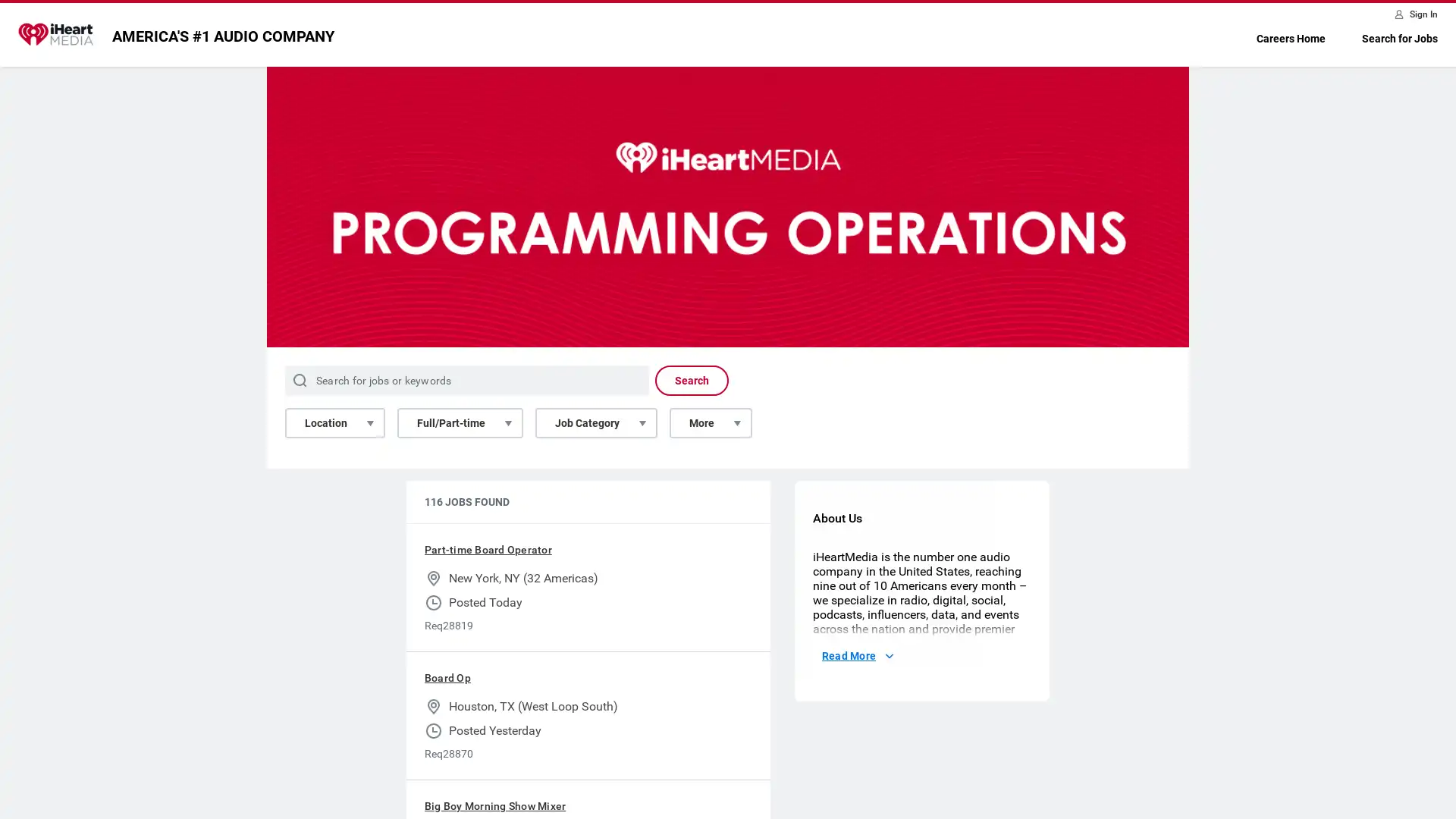  Describe the element at coordinates (1399, 38) in the screenshot. I see `Search for Jobs` at that location.